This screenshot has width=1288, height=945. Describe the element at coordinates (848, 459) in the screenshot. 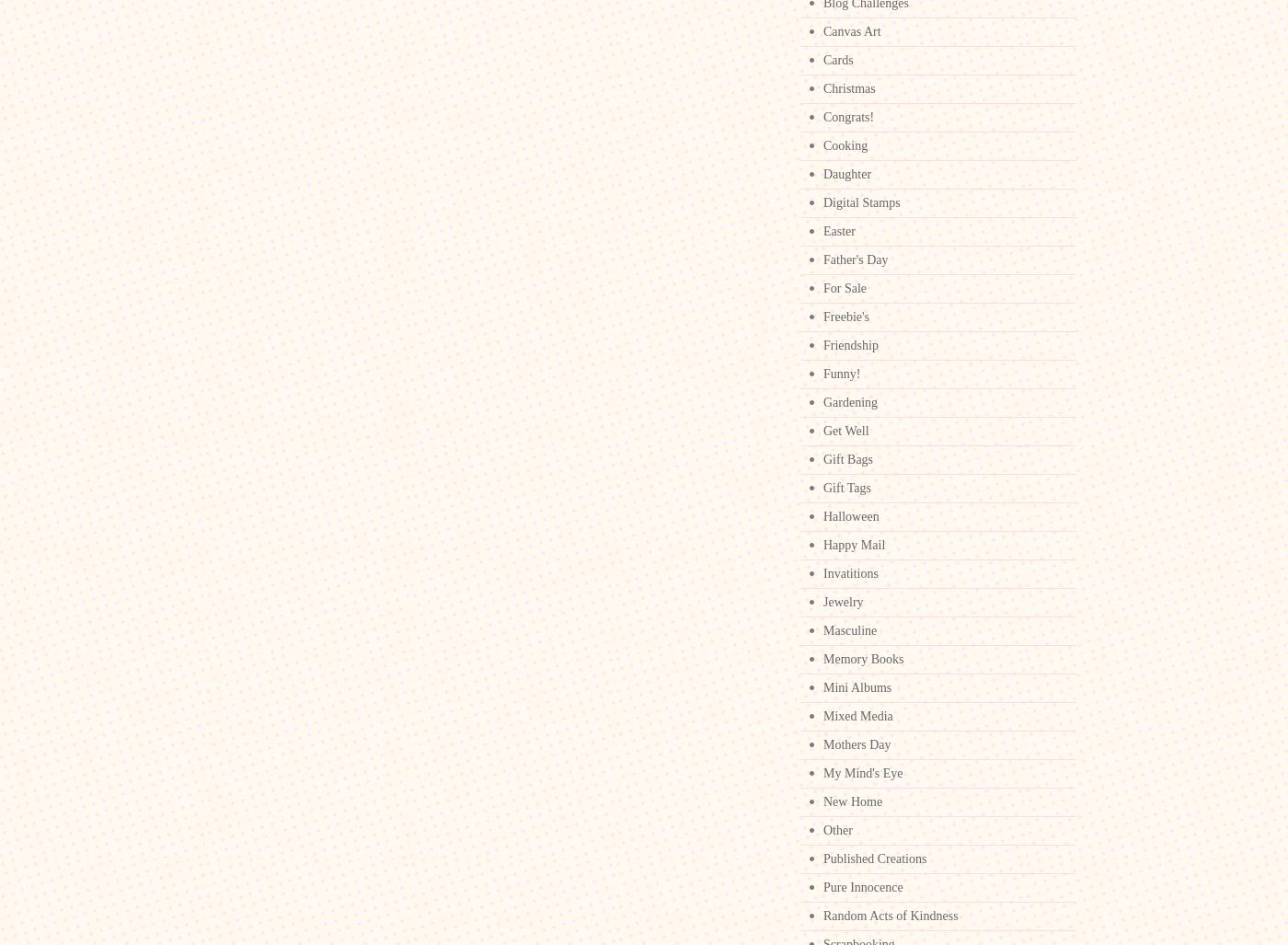

I see `'Gift Bags'` at that location.